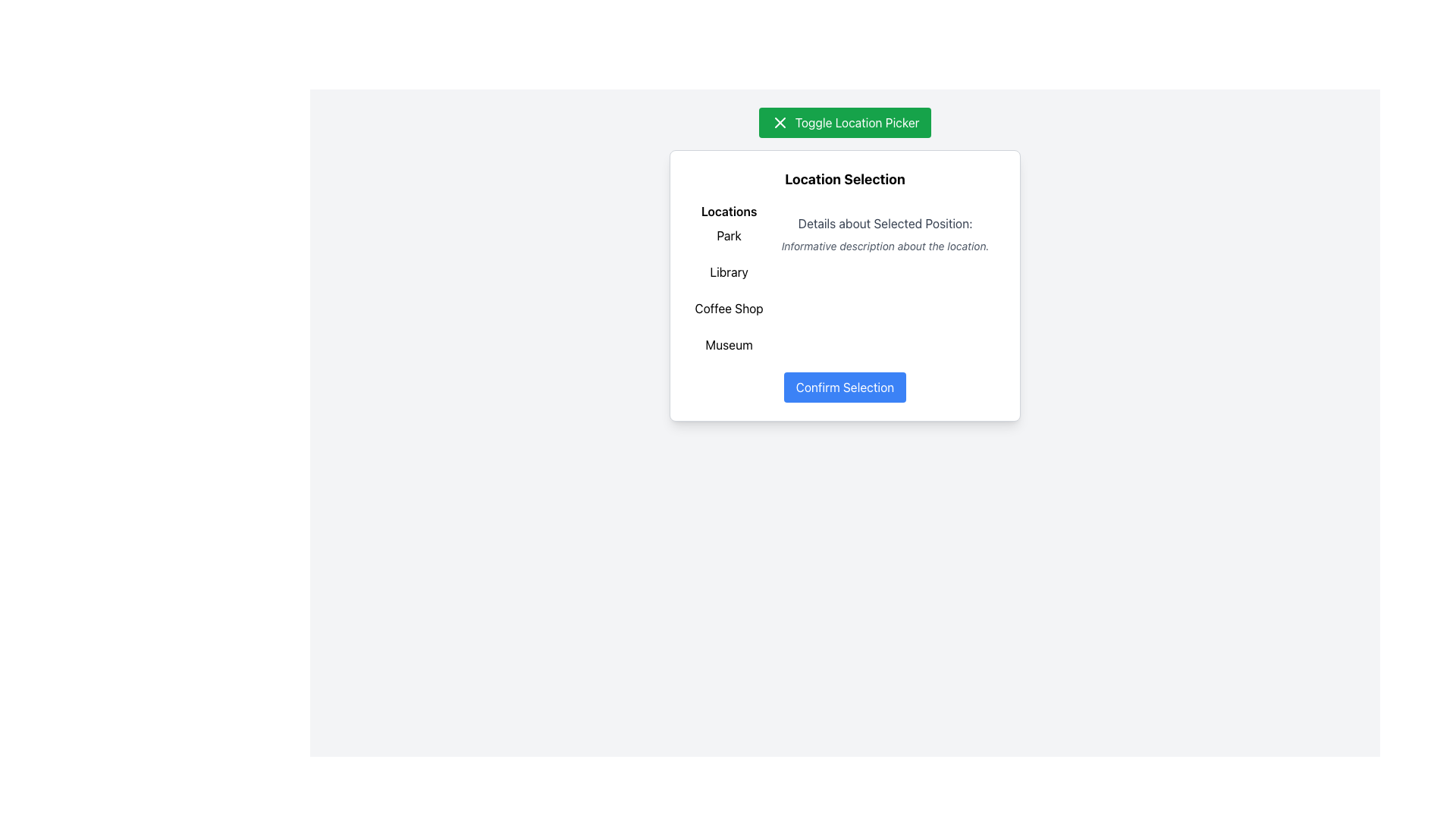 Image resolution: width=1456 pixels, height=819 pixels. I want to click on the contextual text element that provides additional information about the selected position, located within a modal below the title 'Details about Selected Position:', so click(885, 245).